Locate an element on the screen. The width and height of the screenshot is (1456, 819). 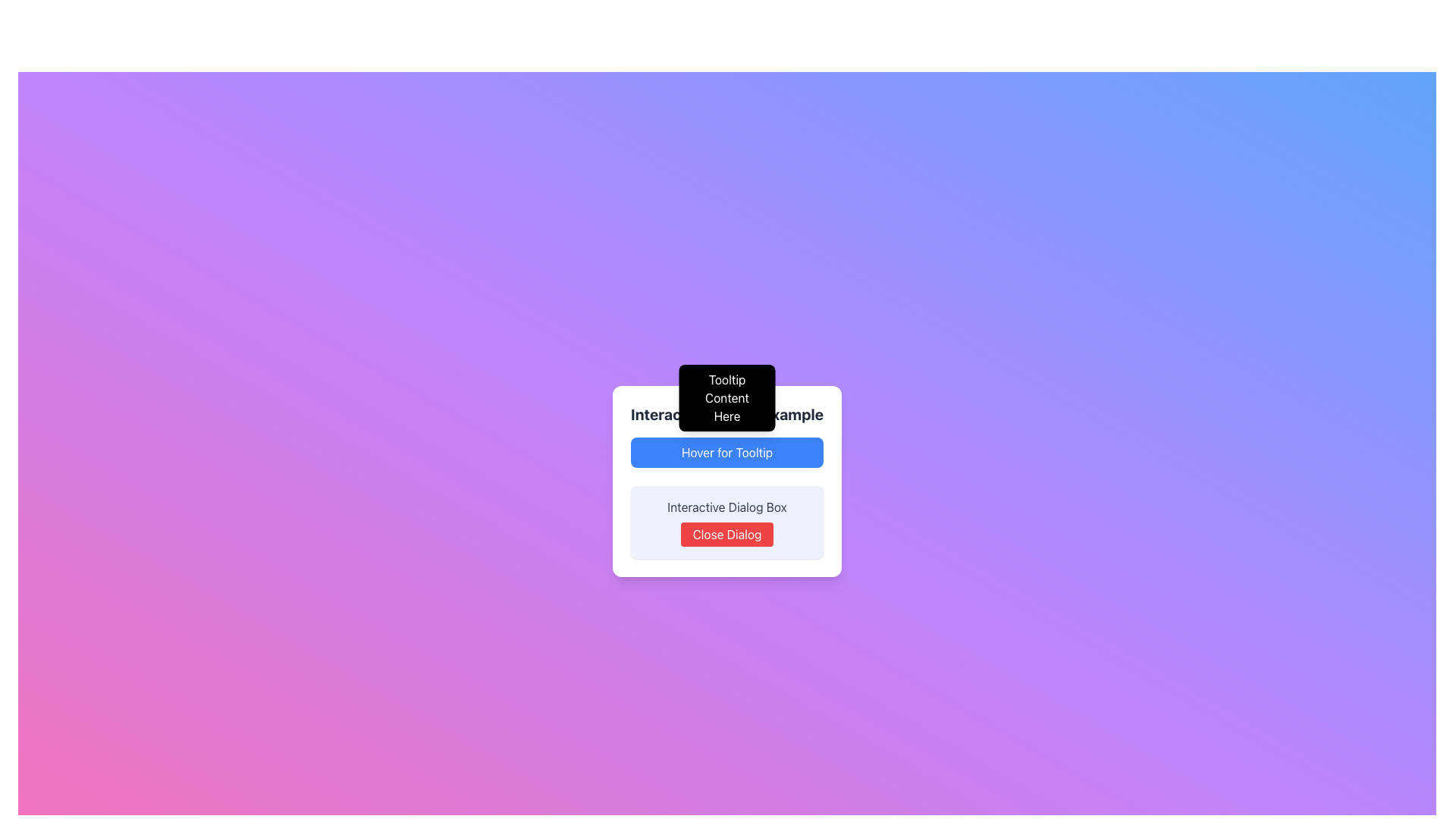
the close button located in the bottom section of the dialog box that dismisses it, to observe its hover effect is located at coordinates (726, 534).